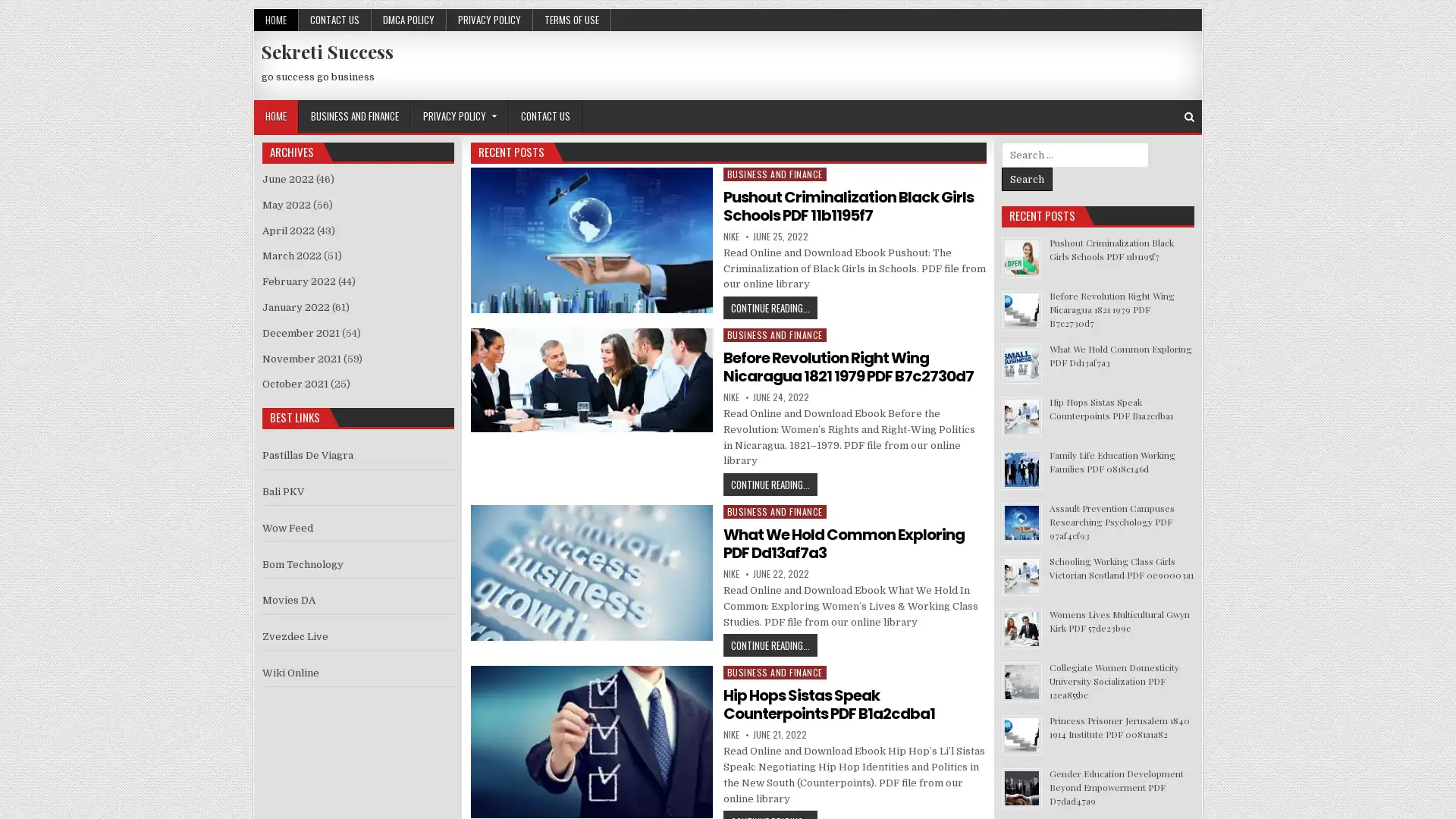 The height and width of the screenshot is (819, 1456). What do you see at coordinates (1027, 178) in the screenshot?
I see `Search` at bounding box center [1027, 178].